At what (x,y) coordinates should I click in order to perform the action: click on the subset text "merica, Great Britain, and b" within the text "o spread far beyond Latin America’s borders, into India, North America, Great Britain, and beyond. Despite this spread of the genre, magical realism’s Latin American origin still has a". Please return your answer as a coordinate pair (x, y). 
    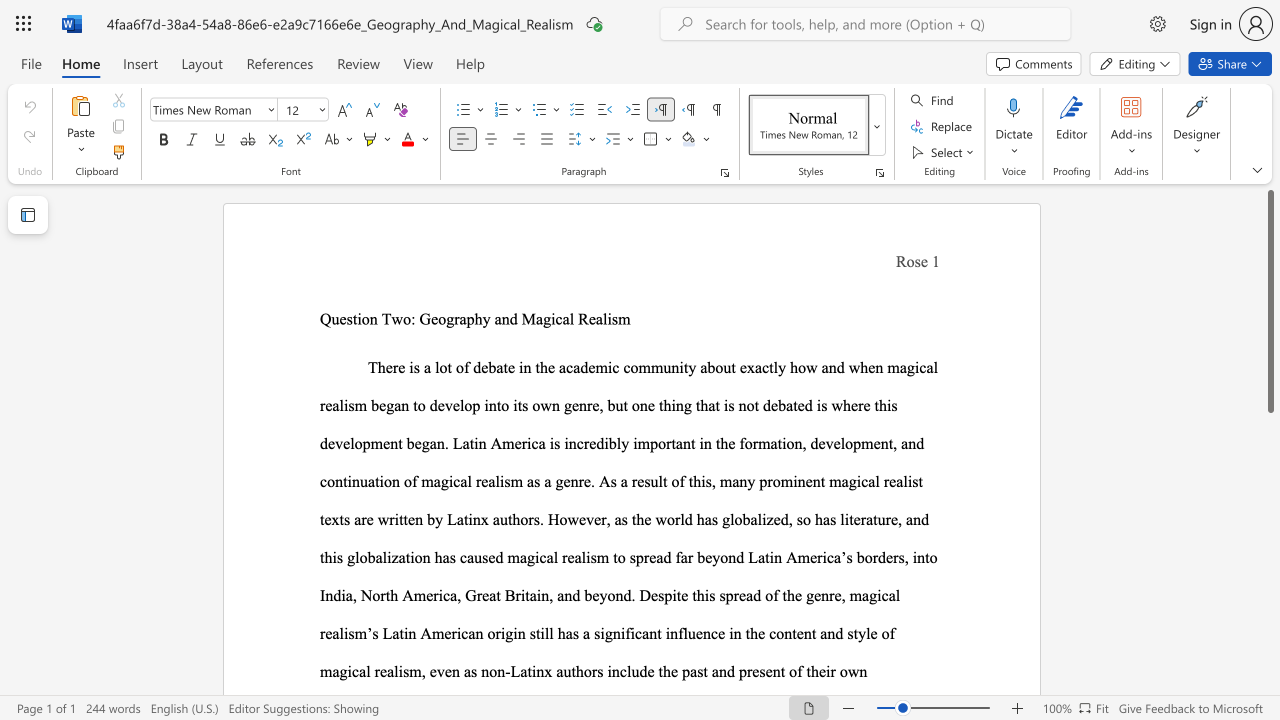
    Looking at the image, I should click on (412, 594).